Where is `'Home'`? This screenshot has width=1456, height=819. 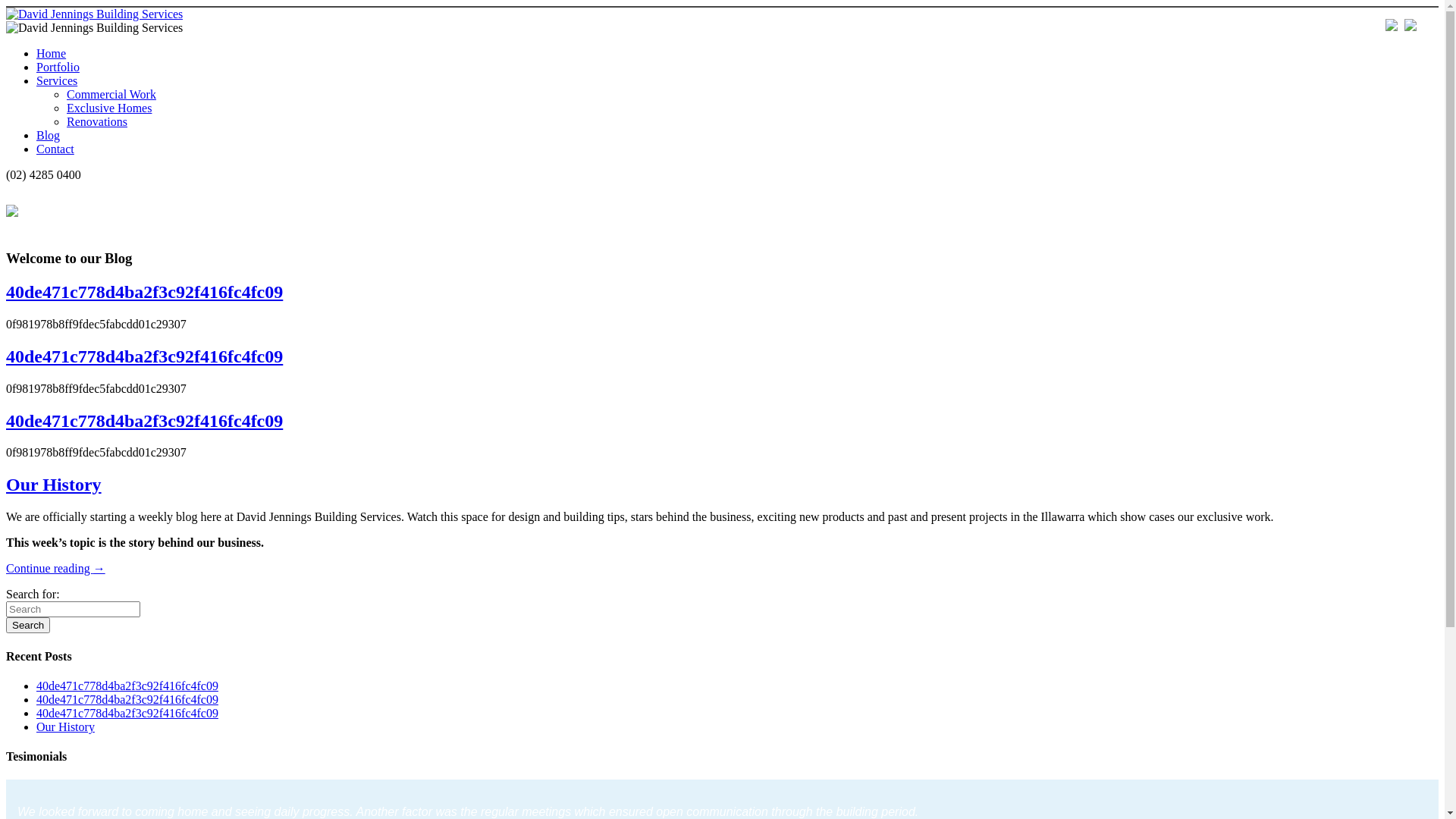 'Home' is located at coordinates (51, 52).